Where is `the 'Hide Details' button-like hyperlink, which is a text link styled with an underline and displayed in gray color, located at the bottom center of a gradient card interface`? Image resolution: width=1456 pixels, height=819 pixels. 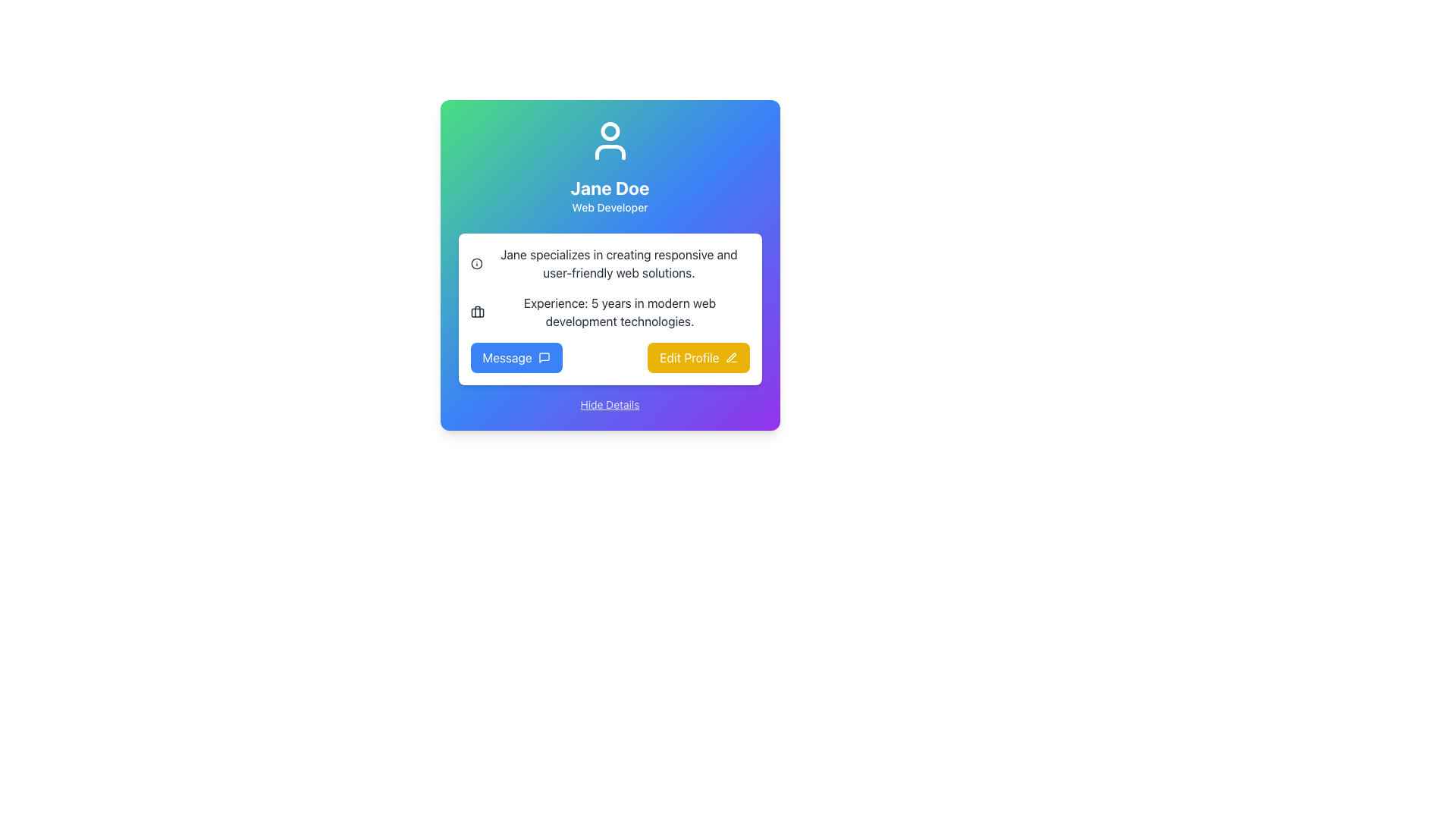 the 'Hide Details' button-like hyperlink, which is a text link styled with an underline and displayed in gray color, located at the bottom center of a gradient card interface is located at coordinates (610, 403).